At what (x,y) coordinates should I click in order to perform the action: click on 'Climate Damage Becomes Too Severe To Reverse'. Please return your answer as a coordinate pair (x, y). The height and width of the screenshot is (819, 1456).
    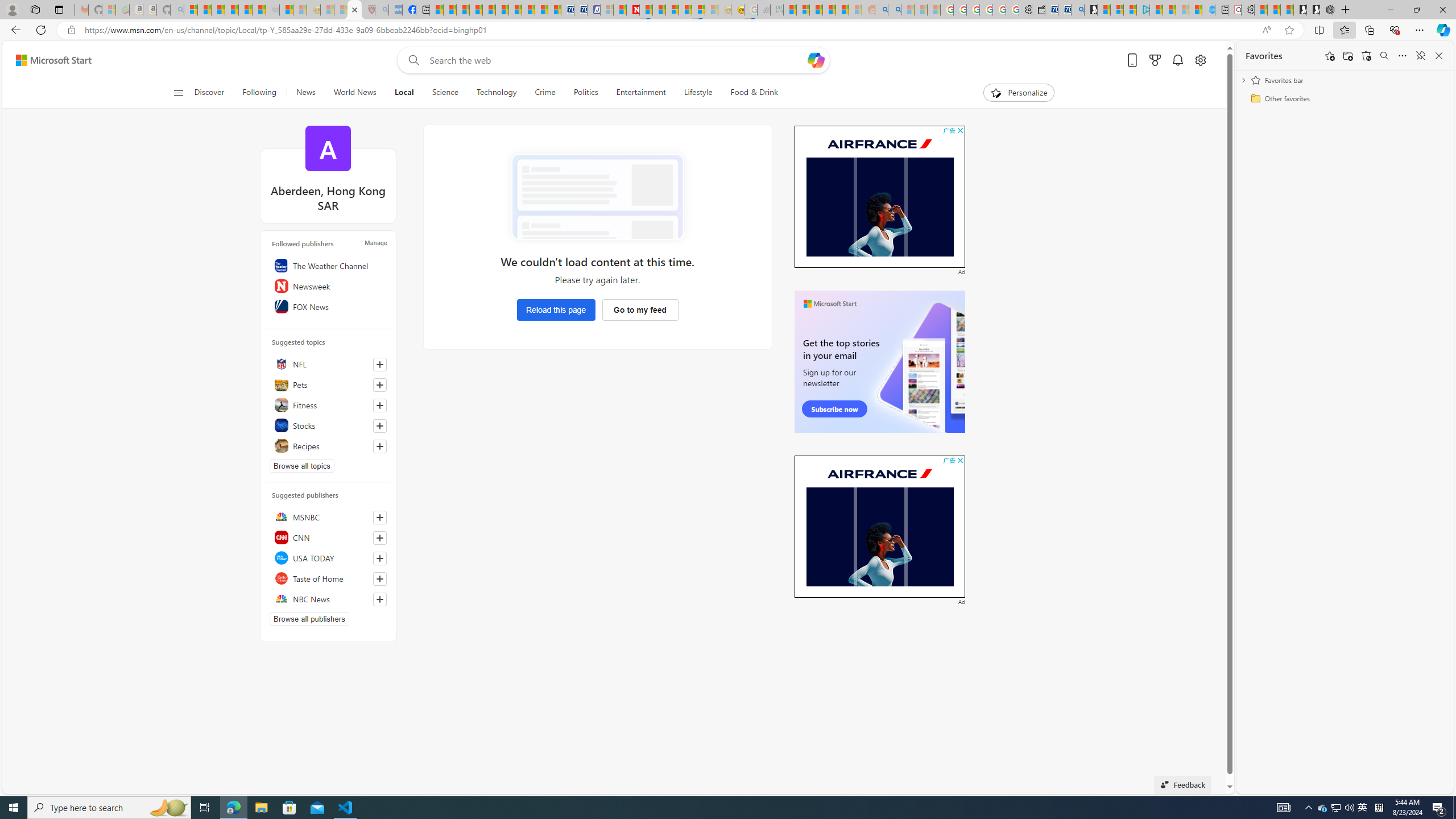
    Looking at the image, I should click on (475, 9).